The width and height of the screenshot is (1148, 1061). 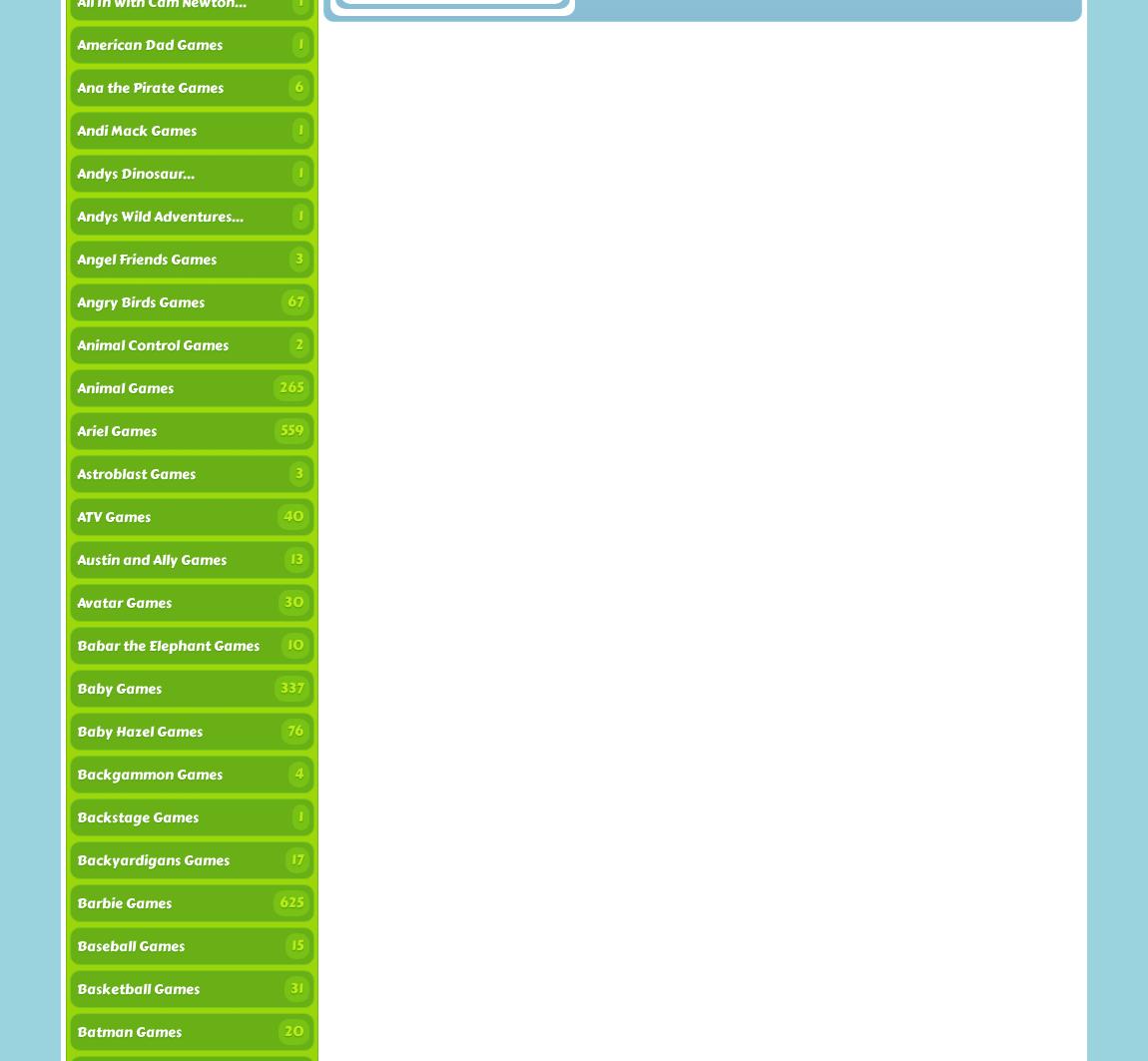 I want to click on 'Babar the Elephant Games', so click(x=76, y=645).